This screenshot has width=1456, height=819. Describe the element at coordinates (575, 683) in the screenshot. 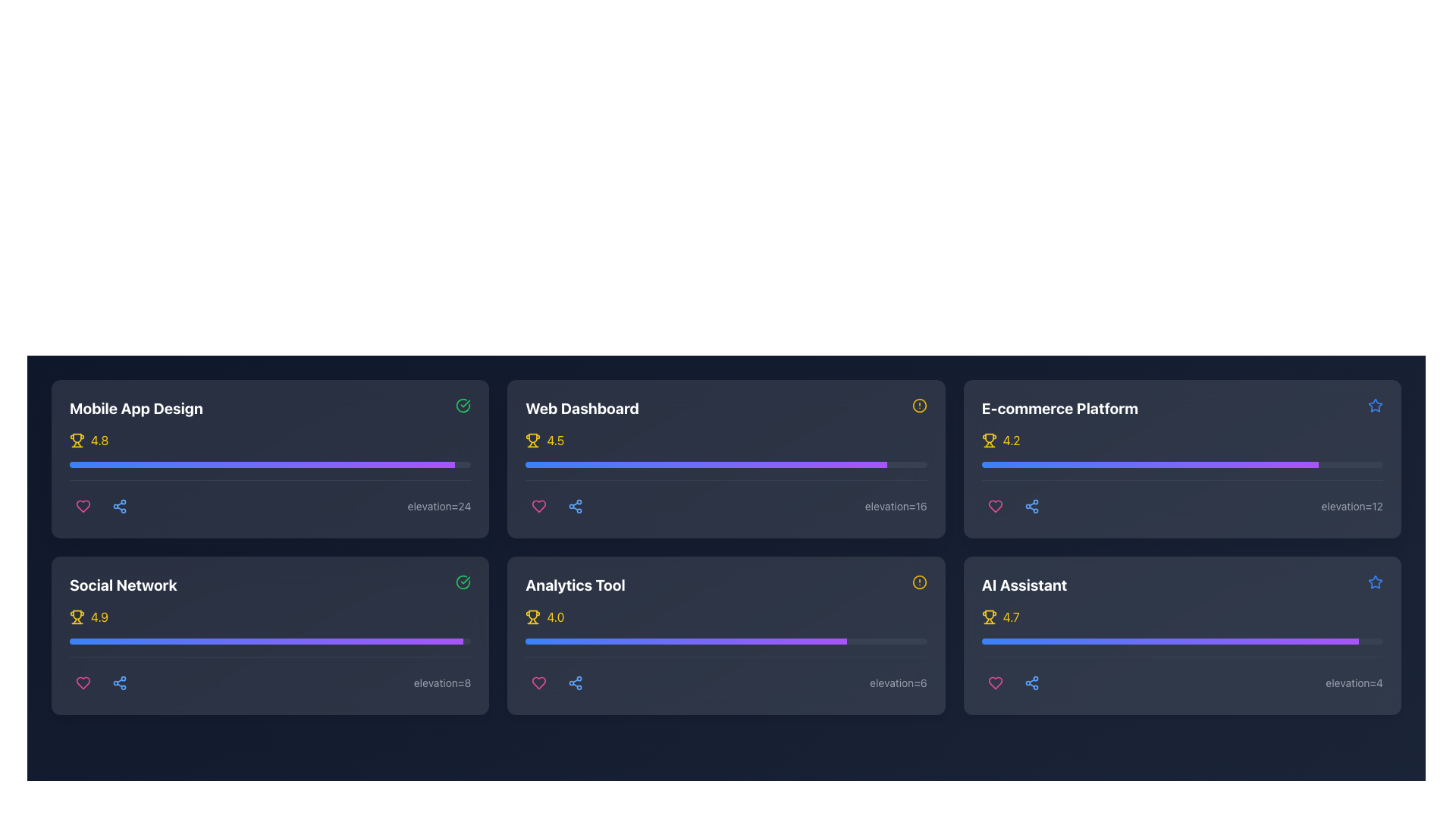

I see `the sharing SVG icon located in the bottom-right section of the 'Analytics Tool' card` at that location.